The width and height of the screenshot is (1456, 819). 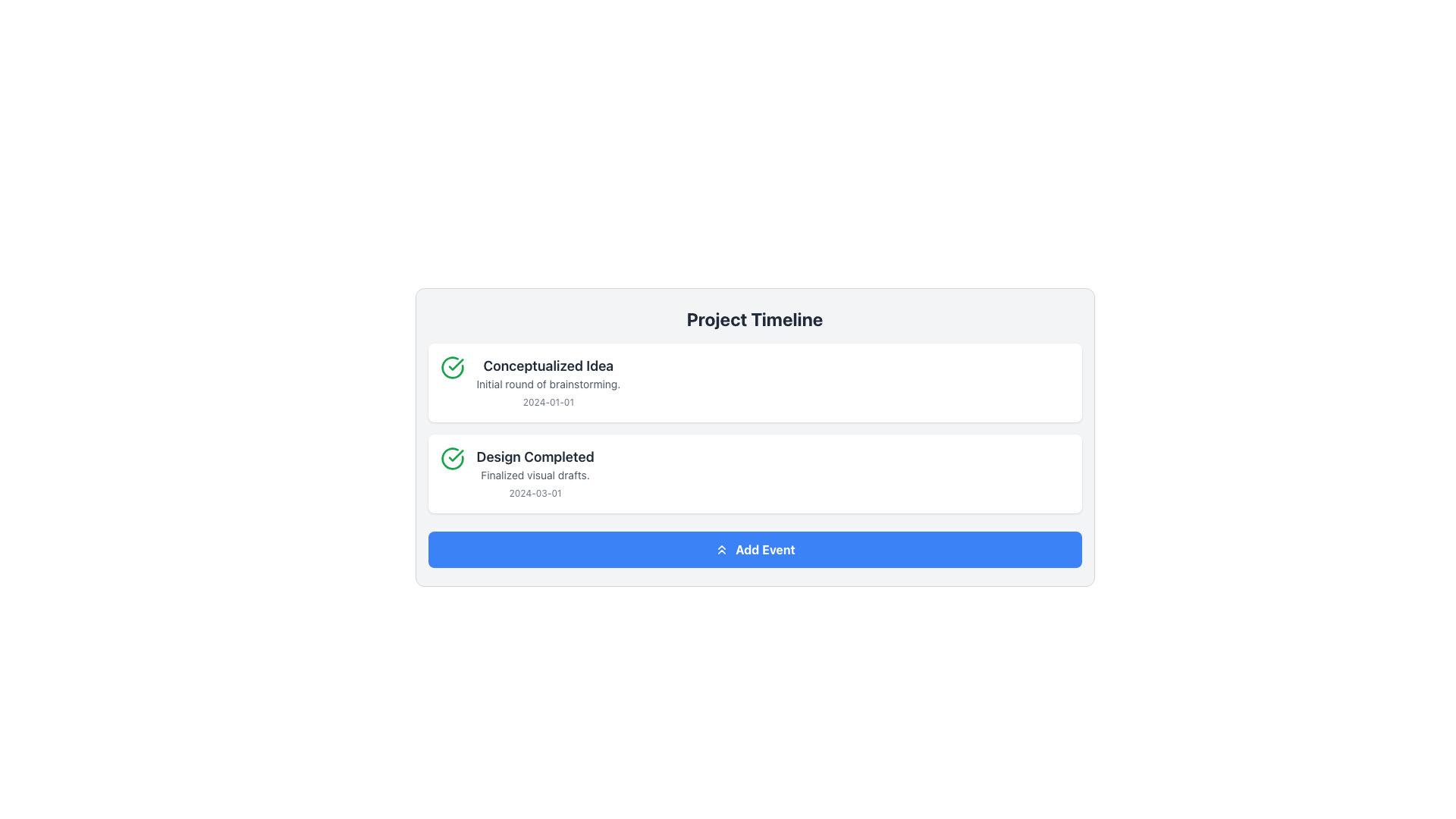 What do you see at coordinates (755, 472) in the screenshot?
I see `the second static informational card that summarizes a stage or milestone in a timeline, located below the 'Conceptualized Idea' card` at bounding box center [755, 472].